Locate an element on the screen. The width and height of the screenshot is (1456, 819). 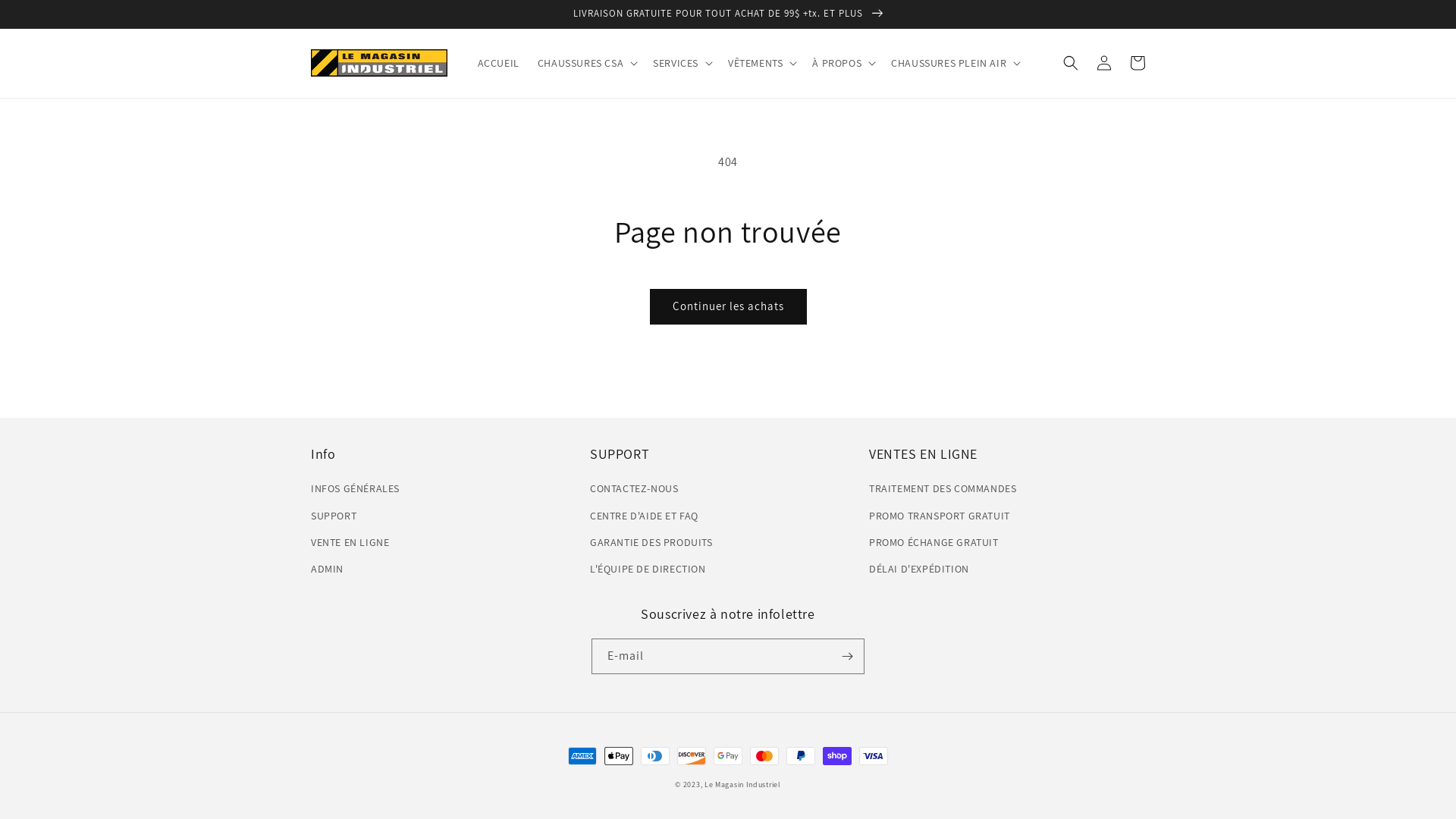
'SUPPORT' is located at coordinates (333, 515).